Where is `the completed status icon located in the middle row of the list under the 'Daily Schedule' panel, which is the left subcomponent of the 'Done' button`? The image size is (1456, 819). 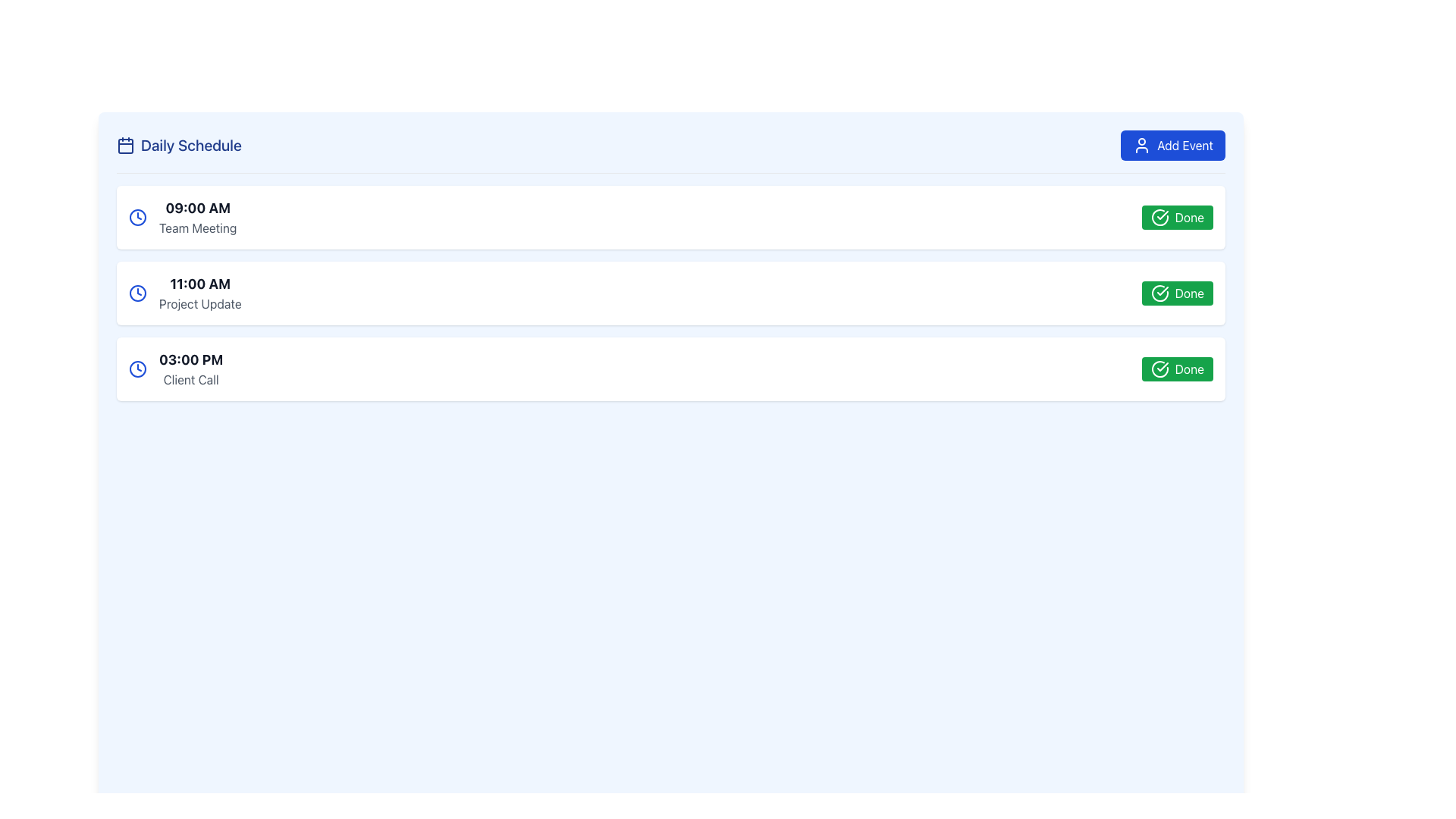
the completed status icon located in the middle row of the list under the 'Daily Schedule' panel, which is the left subcomponent of the 'Done' button is located at coordinates (1159, 293).